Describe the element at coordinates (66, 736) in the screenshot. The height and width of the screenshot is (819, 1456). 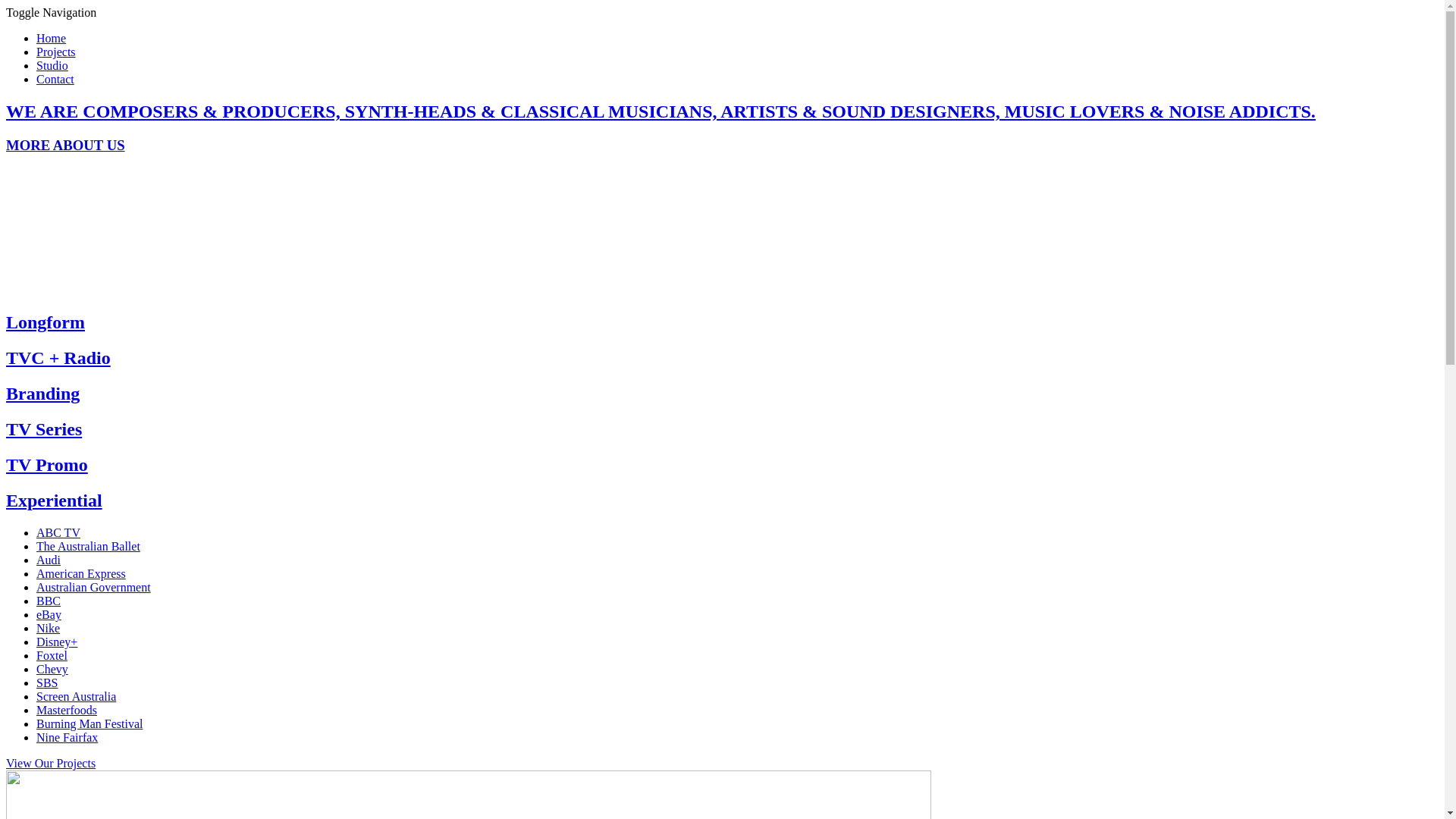
I see `'Nine Fairfax'` at that location.